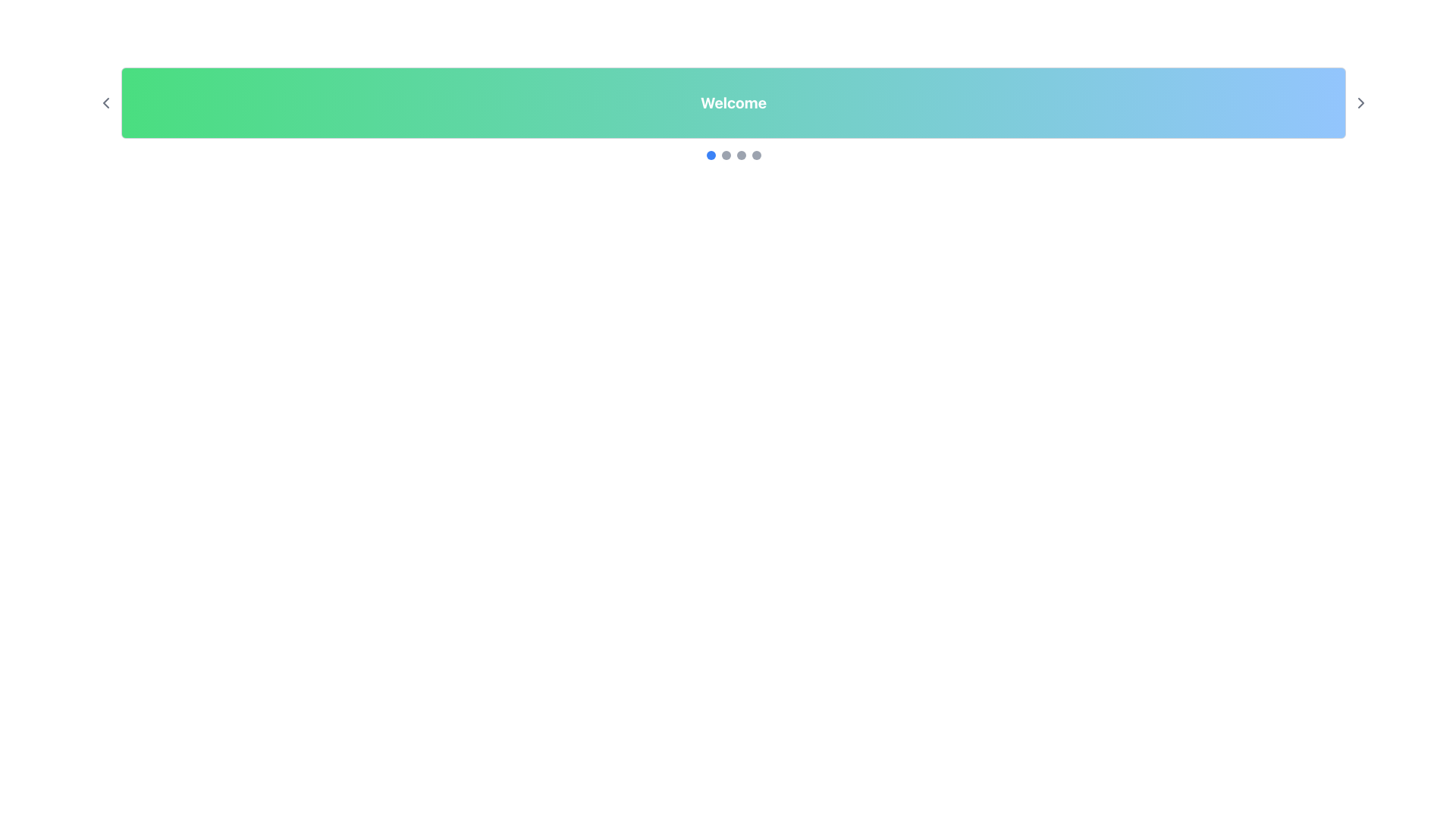 The width and height of the screenshot is (1456, 819). Describe the element at coordinates (1361, 102) in the screenshot. I see `the right-pointing chevron button located at the far-right end of the gradient banner` at that location.